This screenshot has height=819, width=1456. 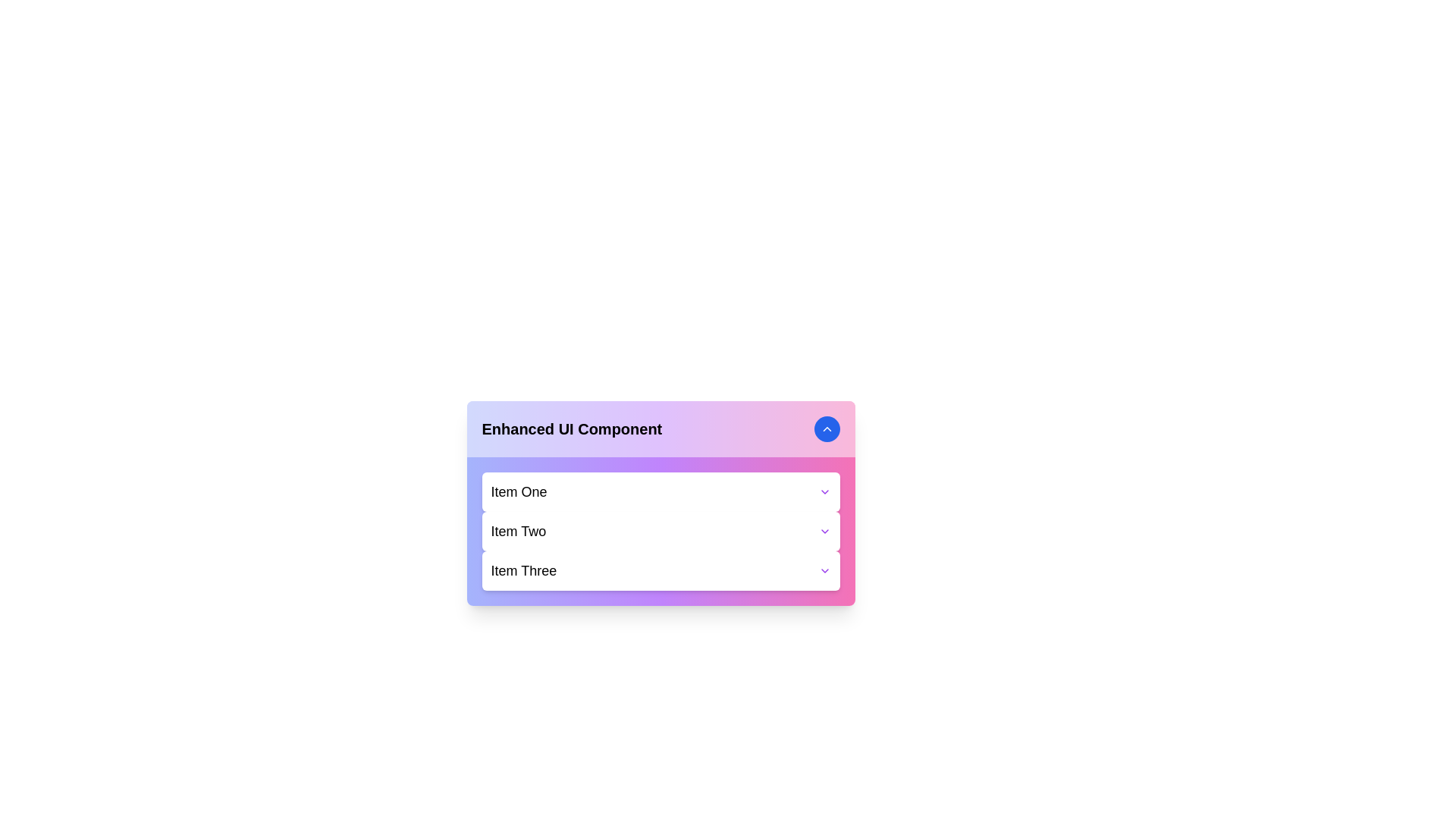 I want to click on the Dropdown menu list item labeled 'Item Two', so click(x=661, y=531).